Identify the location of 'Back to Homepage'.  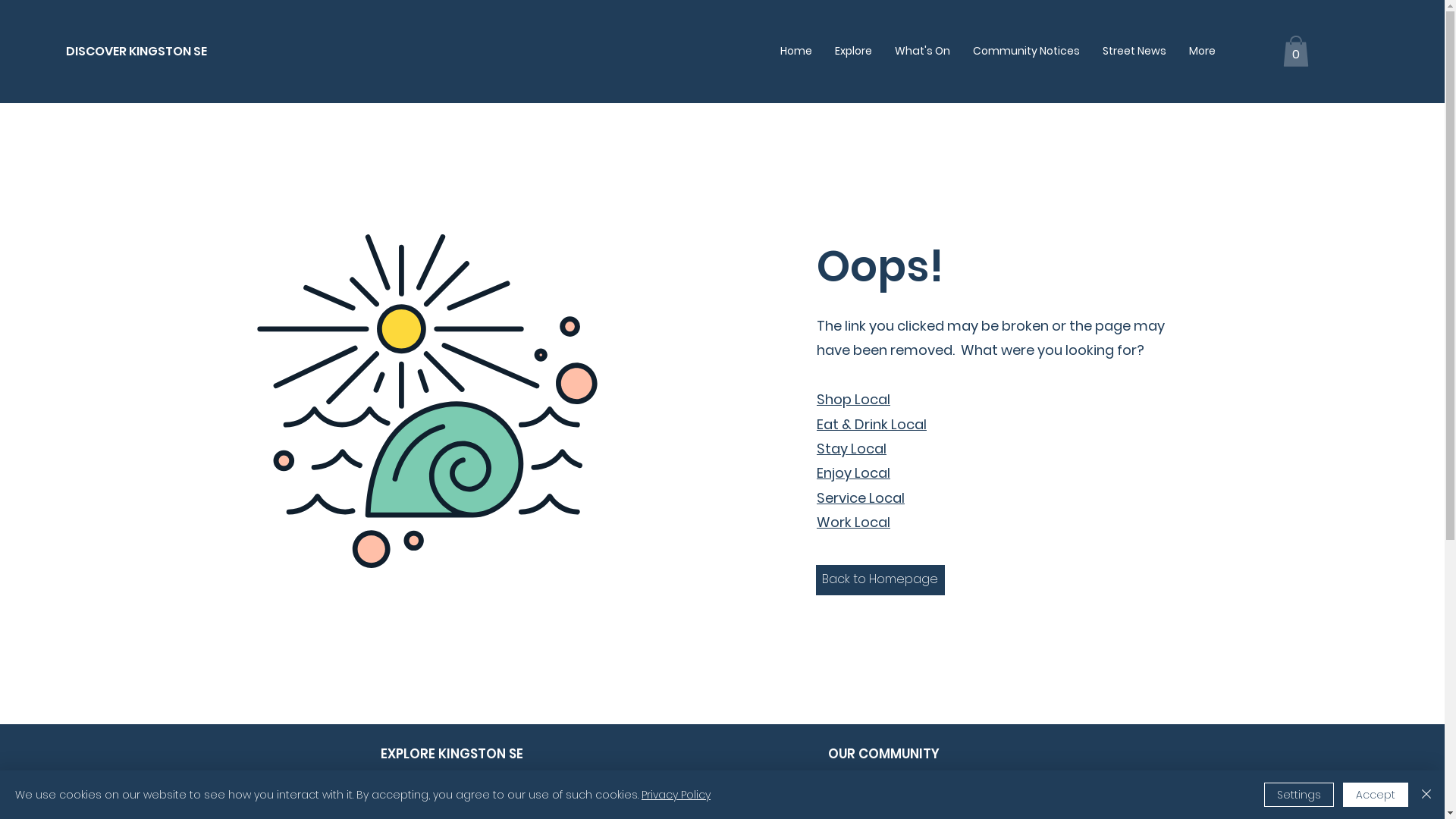
(880, 579).